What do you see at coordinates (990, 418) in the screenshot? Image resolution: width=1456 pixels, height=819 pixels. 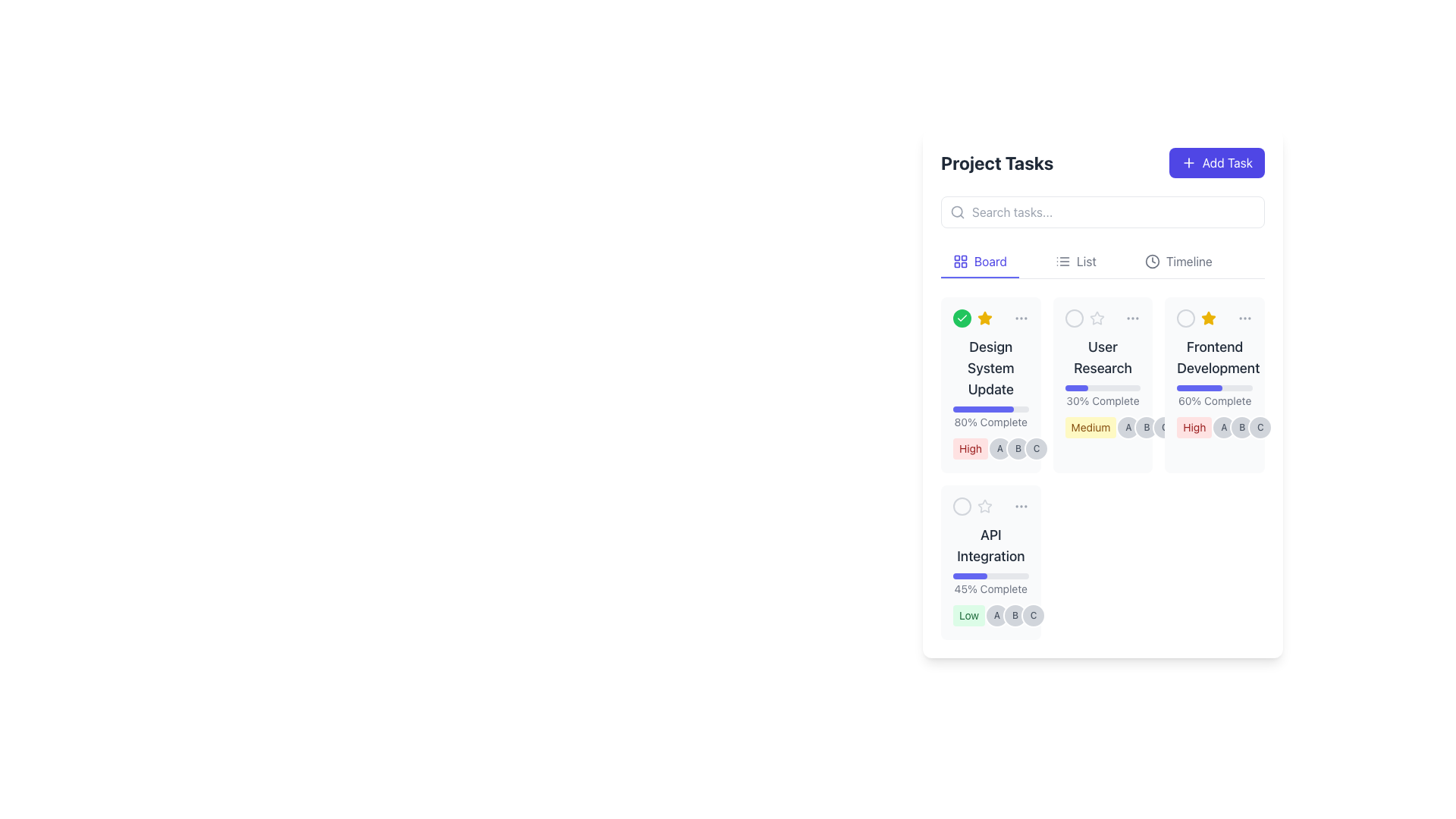 I see `completion percentage from the progress indicator located in the 'Design System Update' card on the Kanban task board, positioned below the card's title and above the 'High' priority label` at bounding box center [990, 418].